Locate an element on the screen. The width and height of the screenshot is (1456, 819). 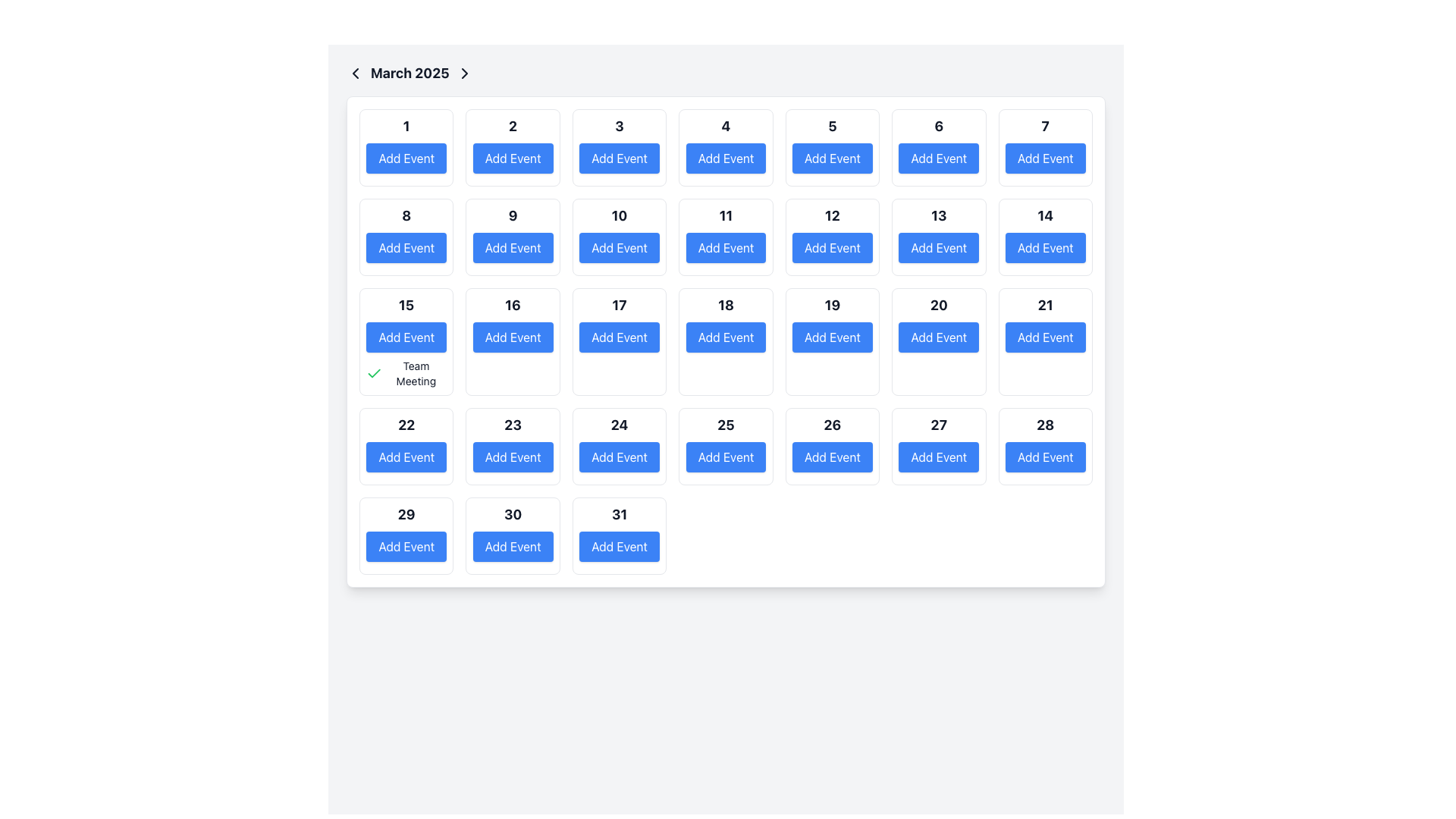
the 'Add Event' button located within the calendar grid layout below the date '23' is located at coordinates (513, 456).